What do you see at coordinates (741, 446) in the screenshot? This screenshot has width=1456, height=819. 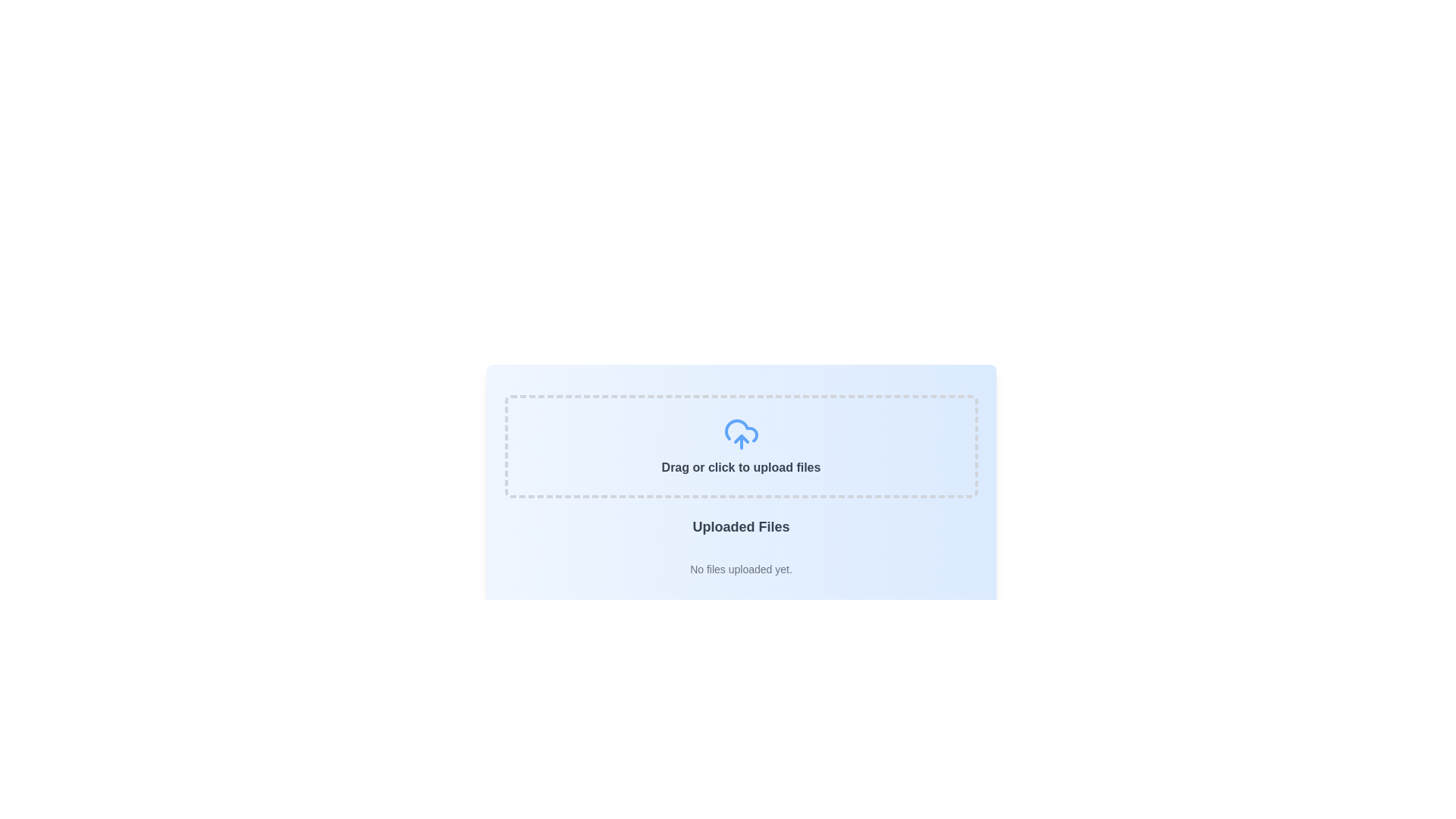 I see `the File upload area` at bounding box center [741, 446].